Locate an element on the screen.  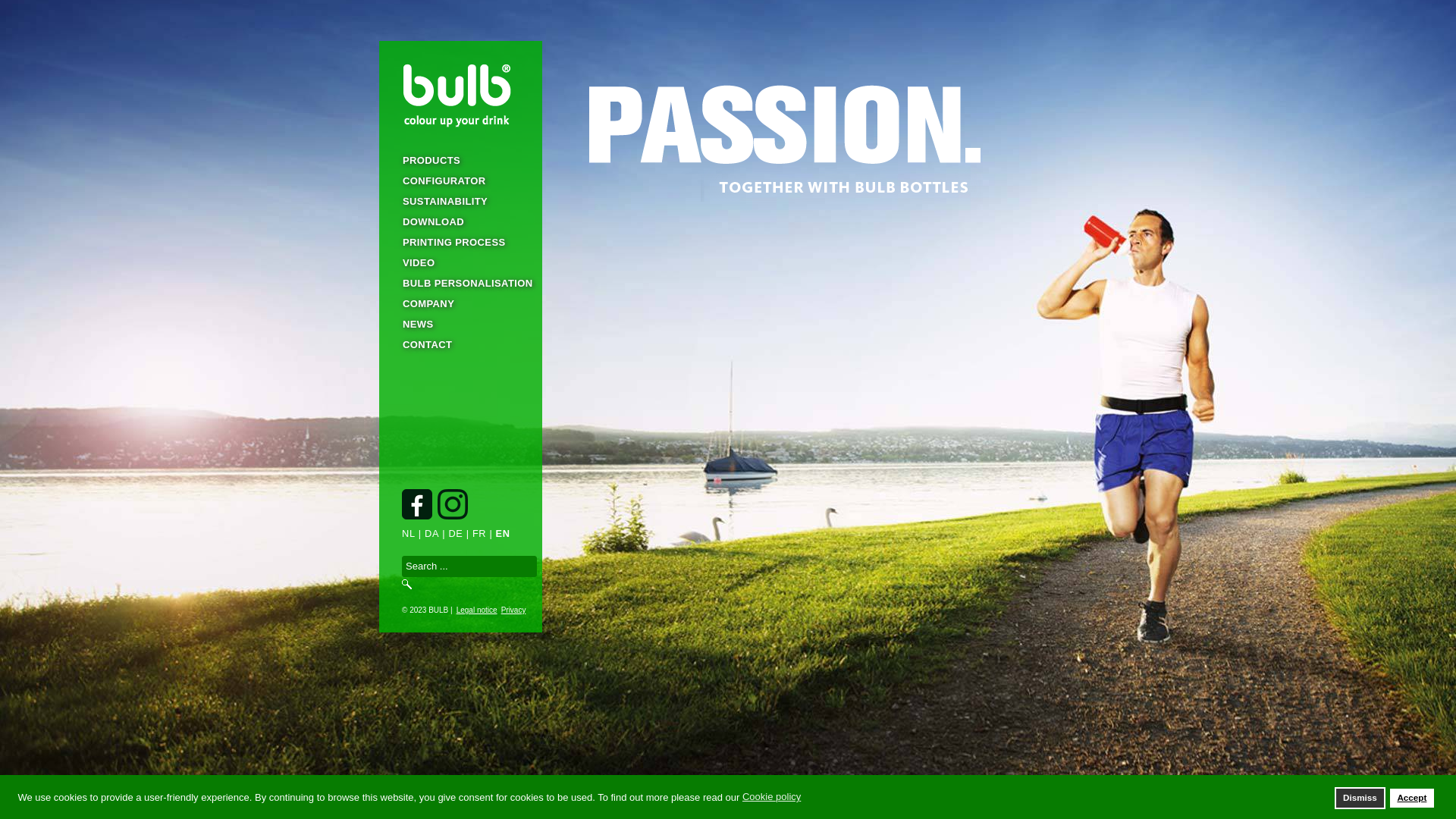
'VIDEO' is located at coordinates (460, 262).